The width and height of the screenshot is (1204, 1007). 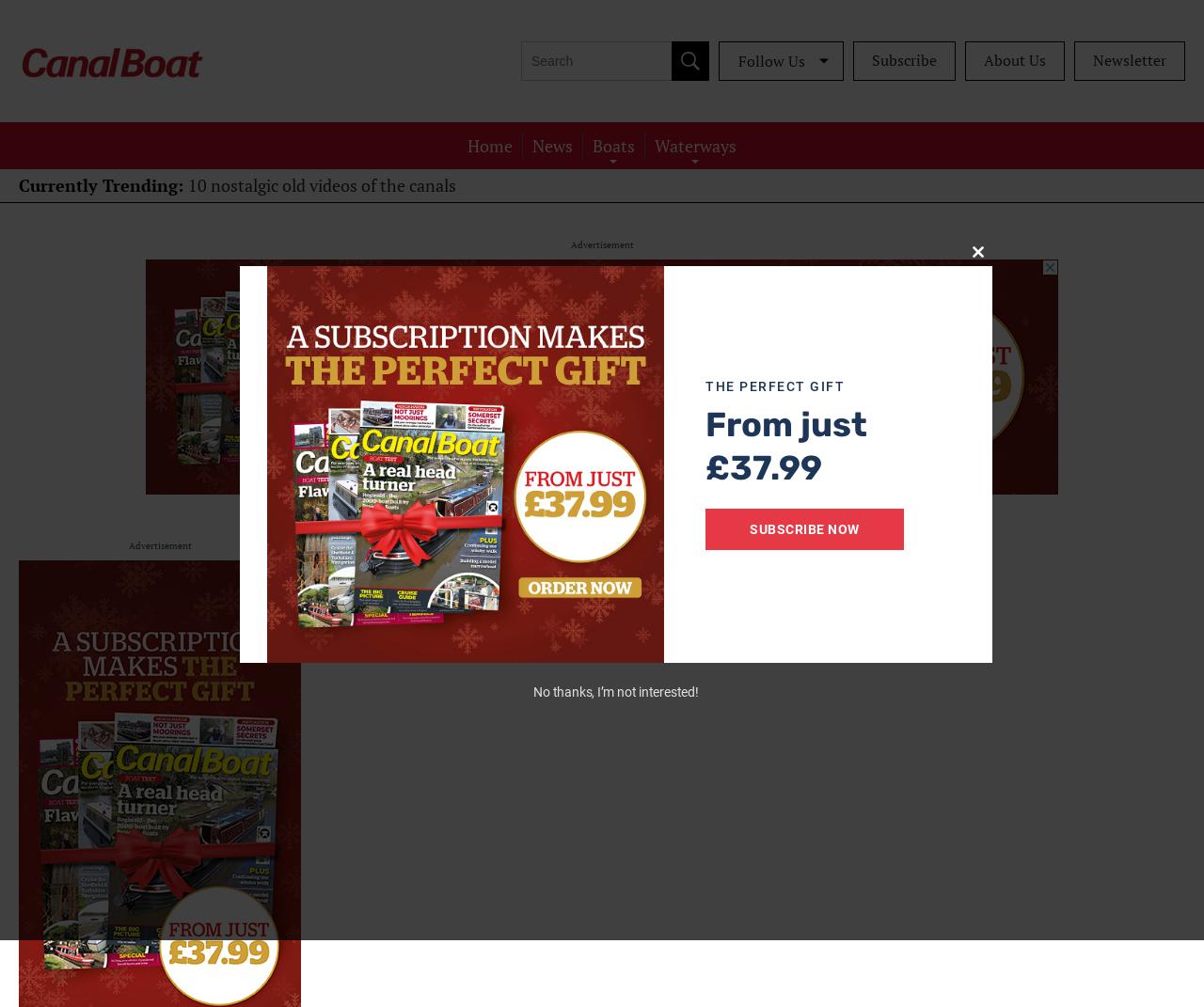 What do you see at coordinates (592, 144) in the screenshot?
I see `'Boats'` at bounding box center [592, 144].